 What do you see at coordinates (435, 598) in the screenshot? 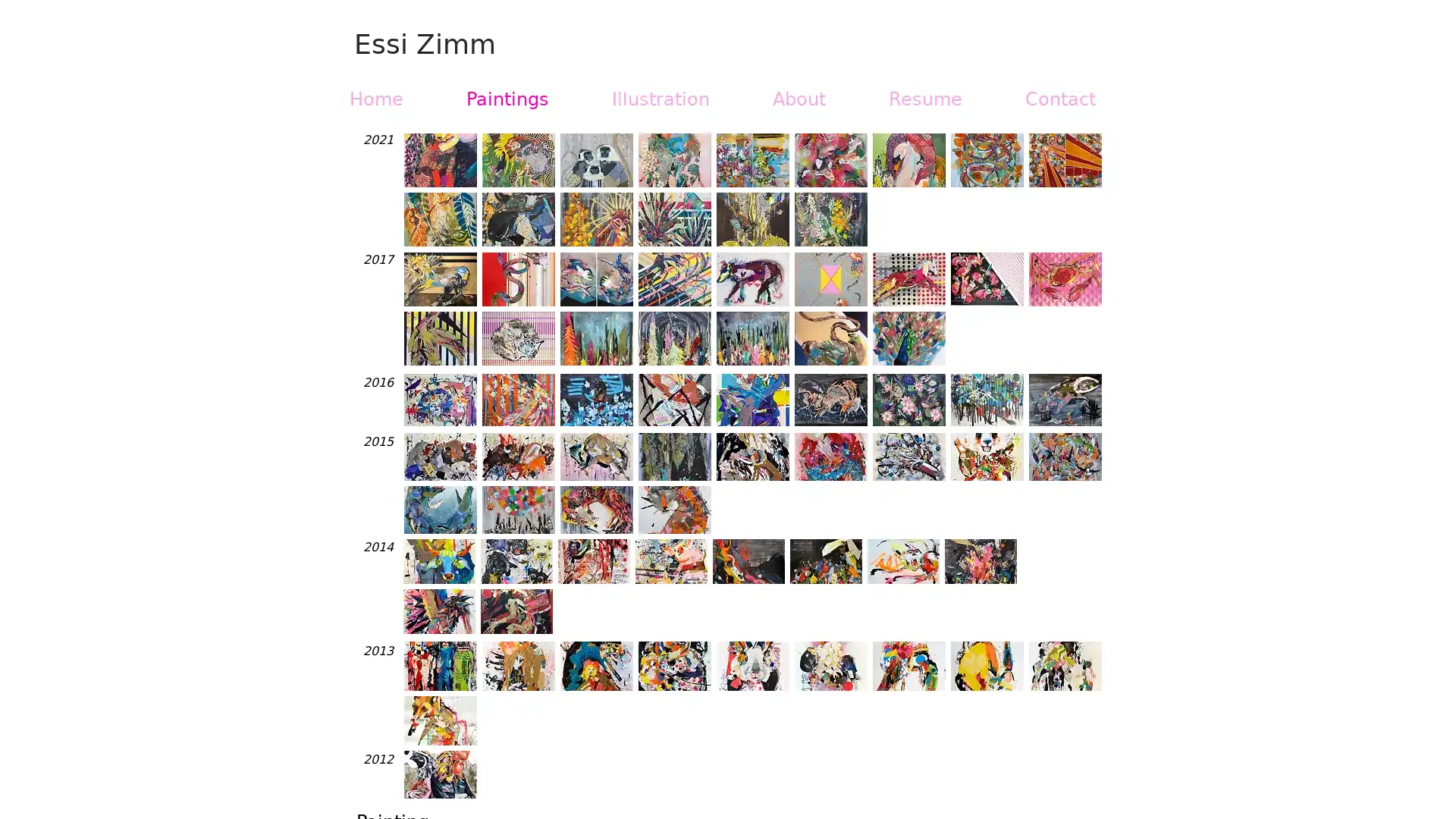
I see `previous` at bounding box center [435, 598].